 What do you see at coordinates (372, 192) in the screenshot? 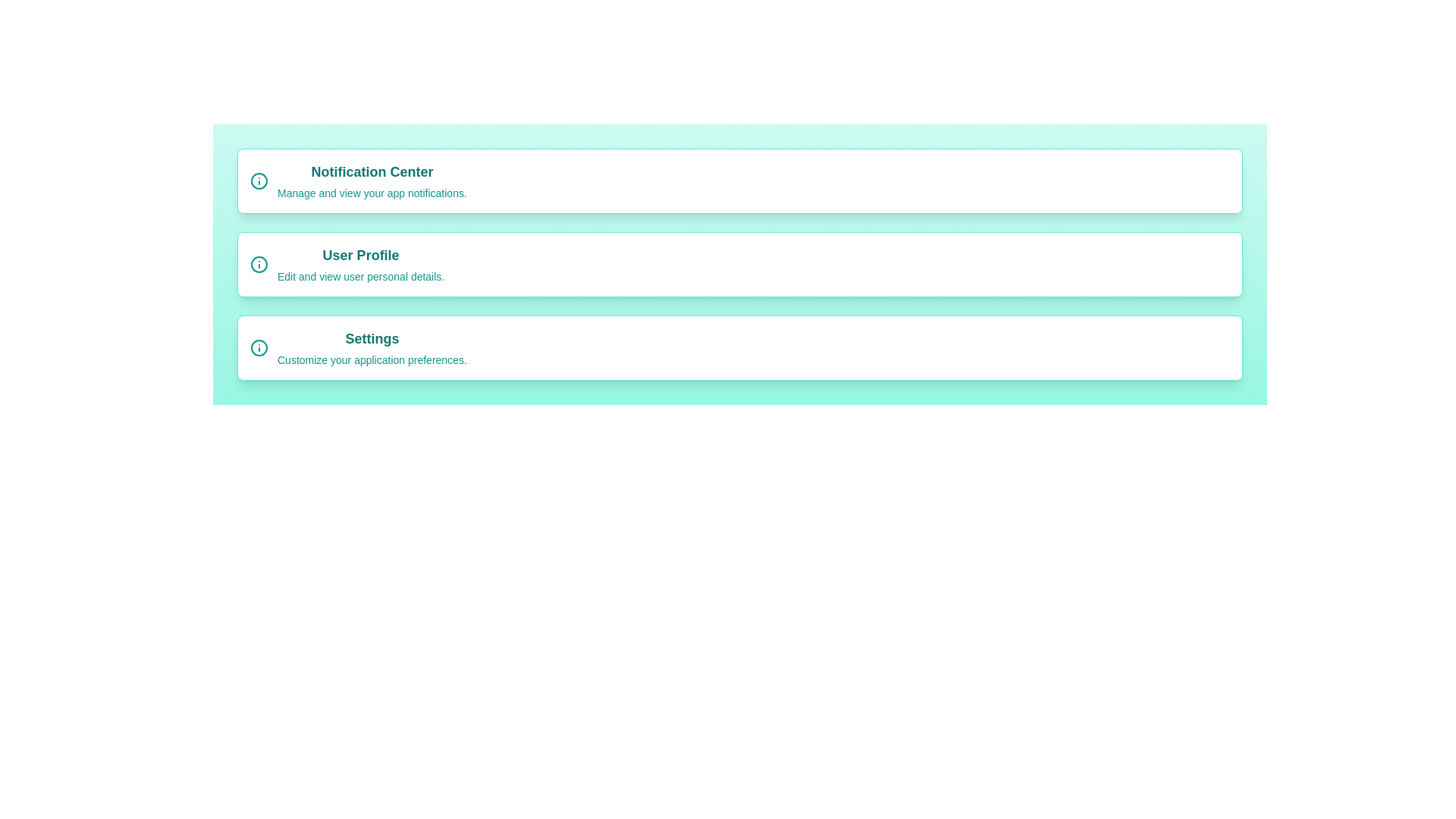
I see `the text label reading 'Manage and view your app notifications.' which is styled in teal font and is located below the 'Notification Center' heading within the first card component` at bounding box center [372, 192].